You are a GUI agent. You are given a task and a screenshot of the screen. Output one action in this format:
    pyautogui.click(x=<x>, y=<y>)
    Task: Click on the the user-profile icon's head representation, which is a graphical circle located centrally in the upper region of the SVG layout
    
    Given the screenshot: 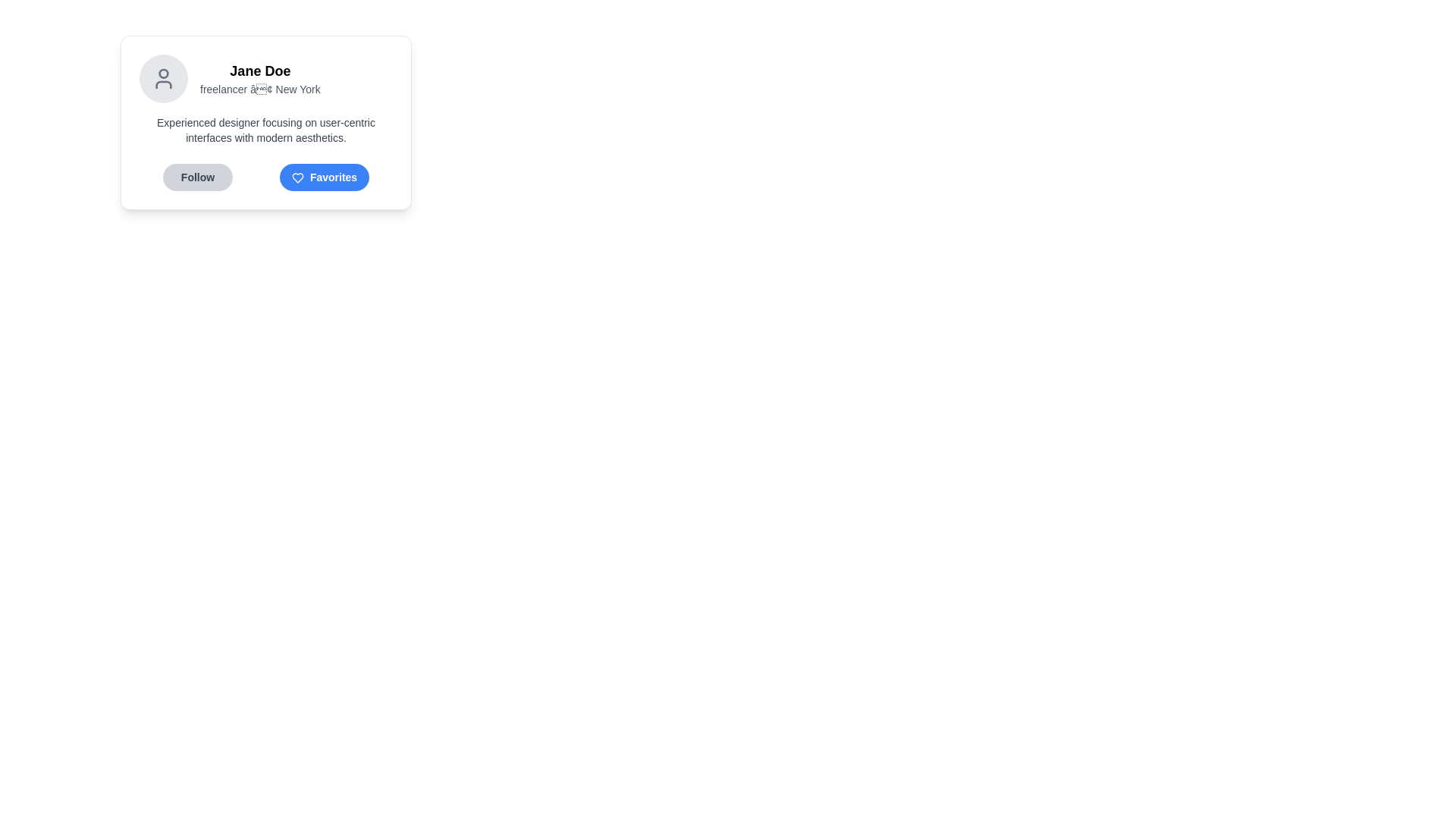 What is the action you would take?
    pyautogui.click(x=164, y=73)
    